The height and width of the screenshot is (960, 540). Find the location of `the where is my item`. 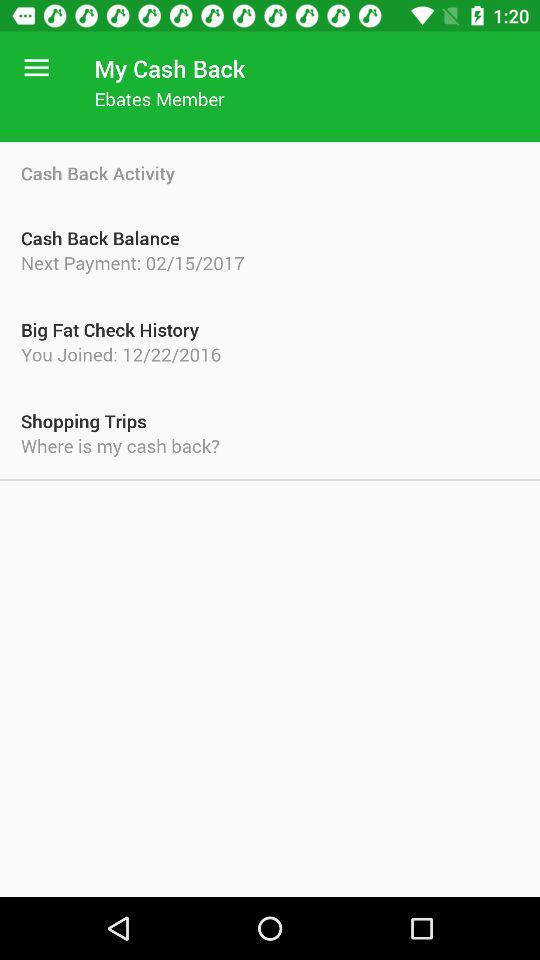

the where is my item is located at coordinates (270, 445).